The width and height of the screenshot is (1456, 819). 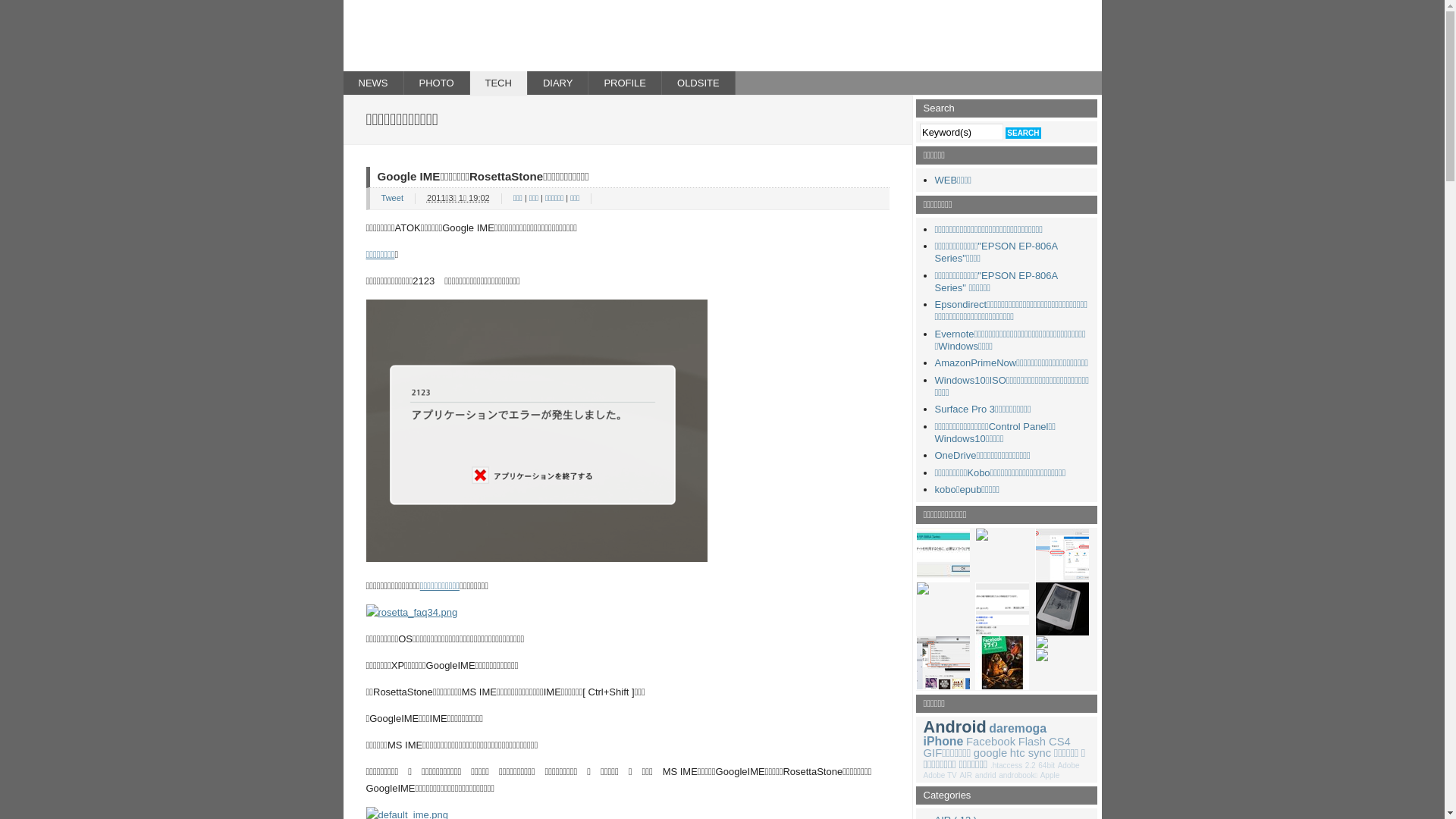 What do you see at coordinates (1022, 132) in the screenshot?
I see `'Search'` at bounding box center [1022, 132].